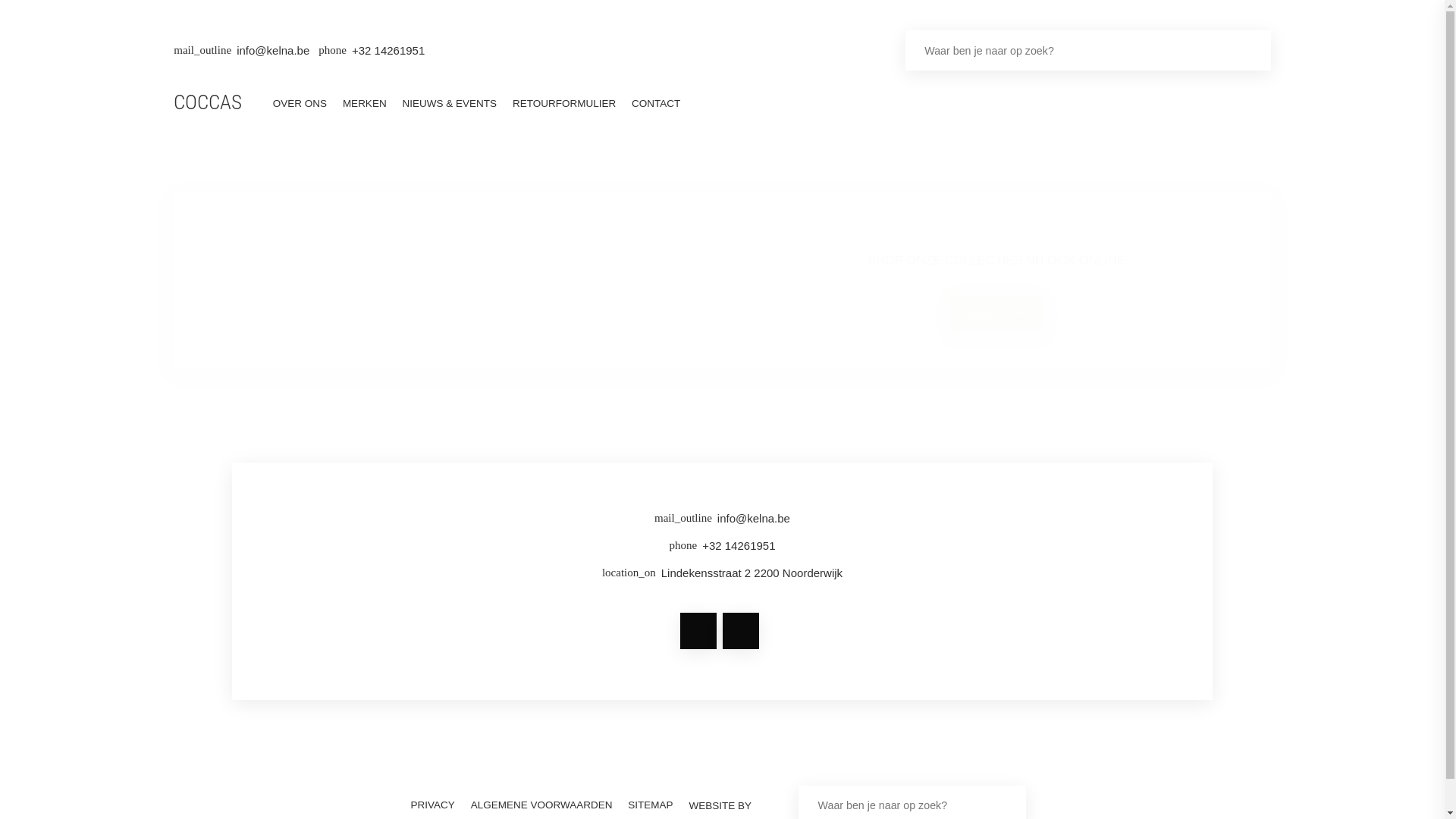  What do you see at coordinates (206, 104) in the screenshot?
I see `'COCCAS'` at bounding box center [206, 104].